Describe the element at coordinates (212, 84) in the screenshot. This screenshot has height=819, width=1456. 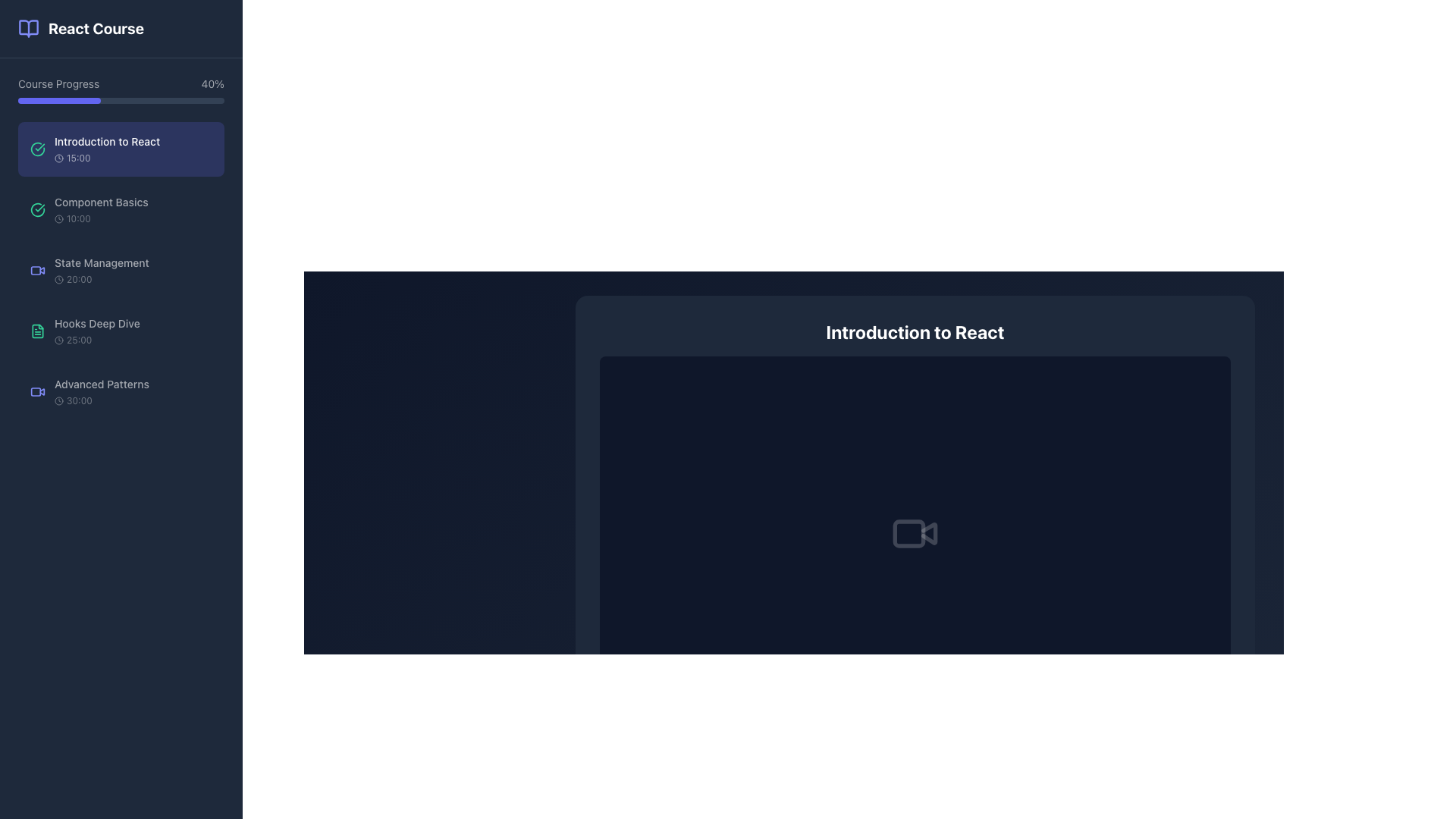
I see `text label displaying '40%' which indicates course progress percentage, located to the right of the 'Course Progress' label in the upper section of the interface` at that location.